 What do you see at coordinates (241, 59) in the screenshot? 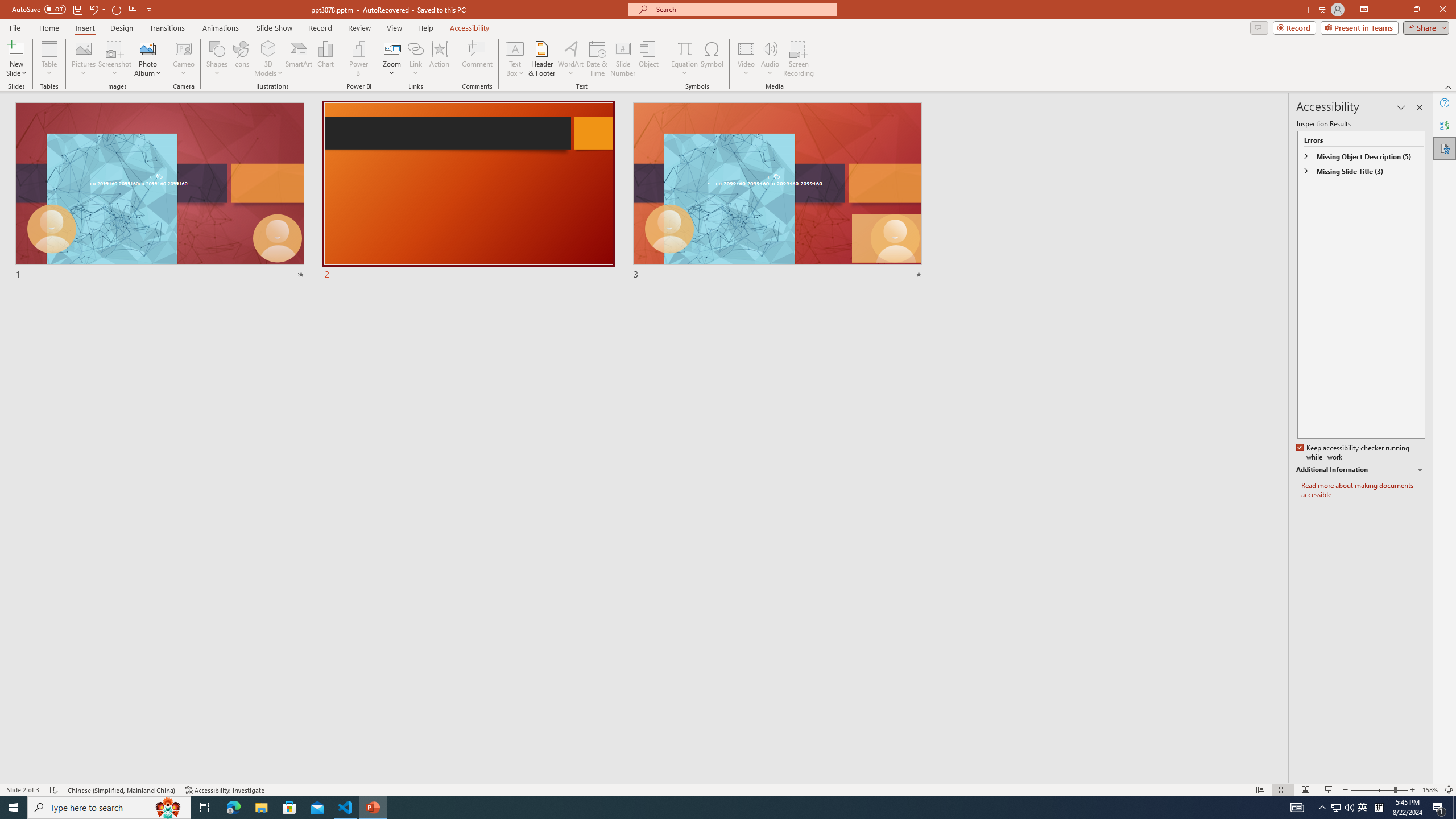
I see `'Icons'` at bounding box center [241, 59].